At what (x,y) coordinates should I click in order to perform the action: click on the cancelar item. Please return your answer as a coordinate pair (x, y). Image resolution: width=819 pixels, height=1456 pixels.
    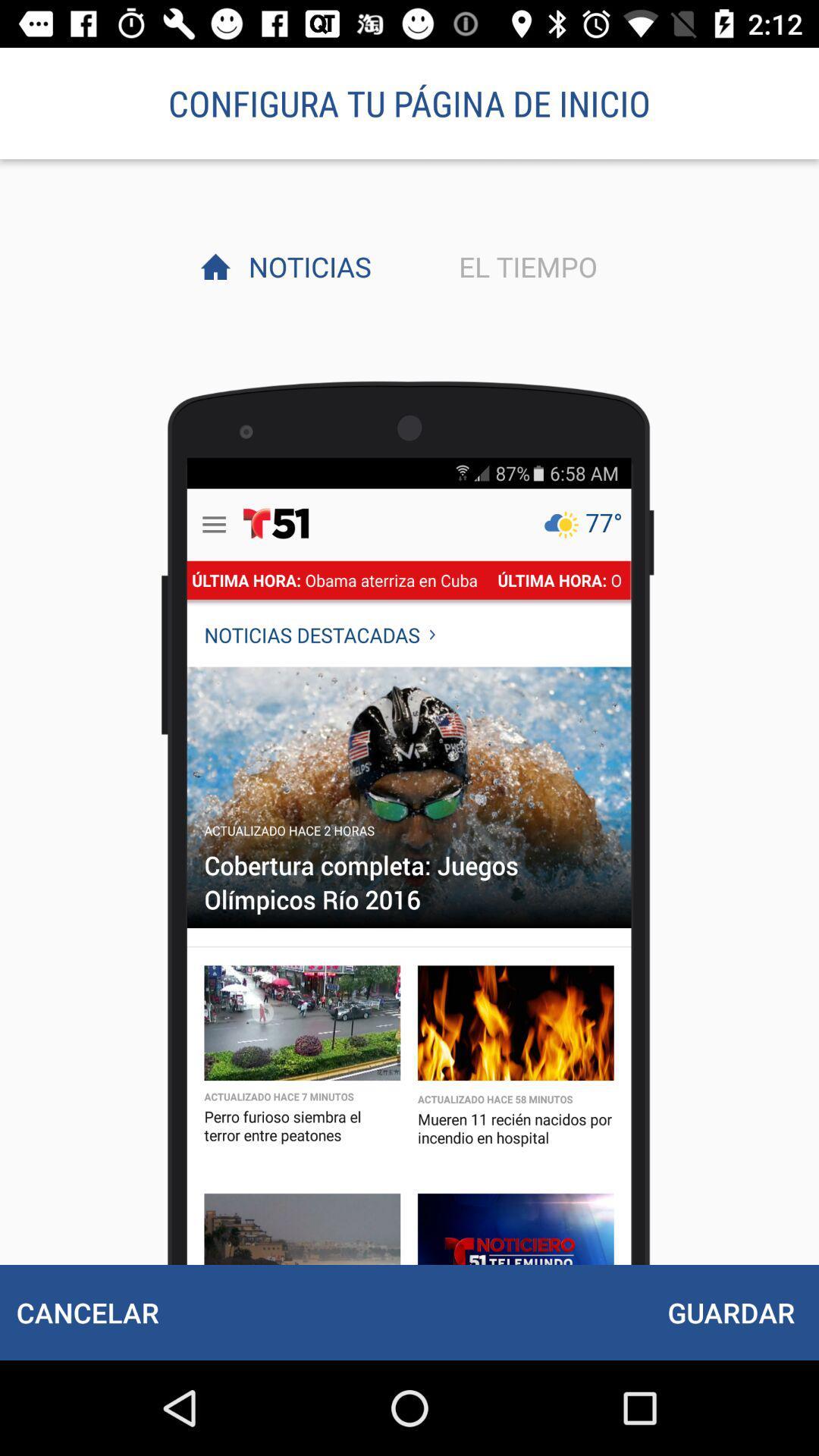
    Looking at the image, I should click on (87, 1312).